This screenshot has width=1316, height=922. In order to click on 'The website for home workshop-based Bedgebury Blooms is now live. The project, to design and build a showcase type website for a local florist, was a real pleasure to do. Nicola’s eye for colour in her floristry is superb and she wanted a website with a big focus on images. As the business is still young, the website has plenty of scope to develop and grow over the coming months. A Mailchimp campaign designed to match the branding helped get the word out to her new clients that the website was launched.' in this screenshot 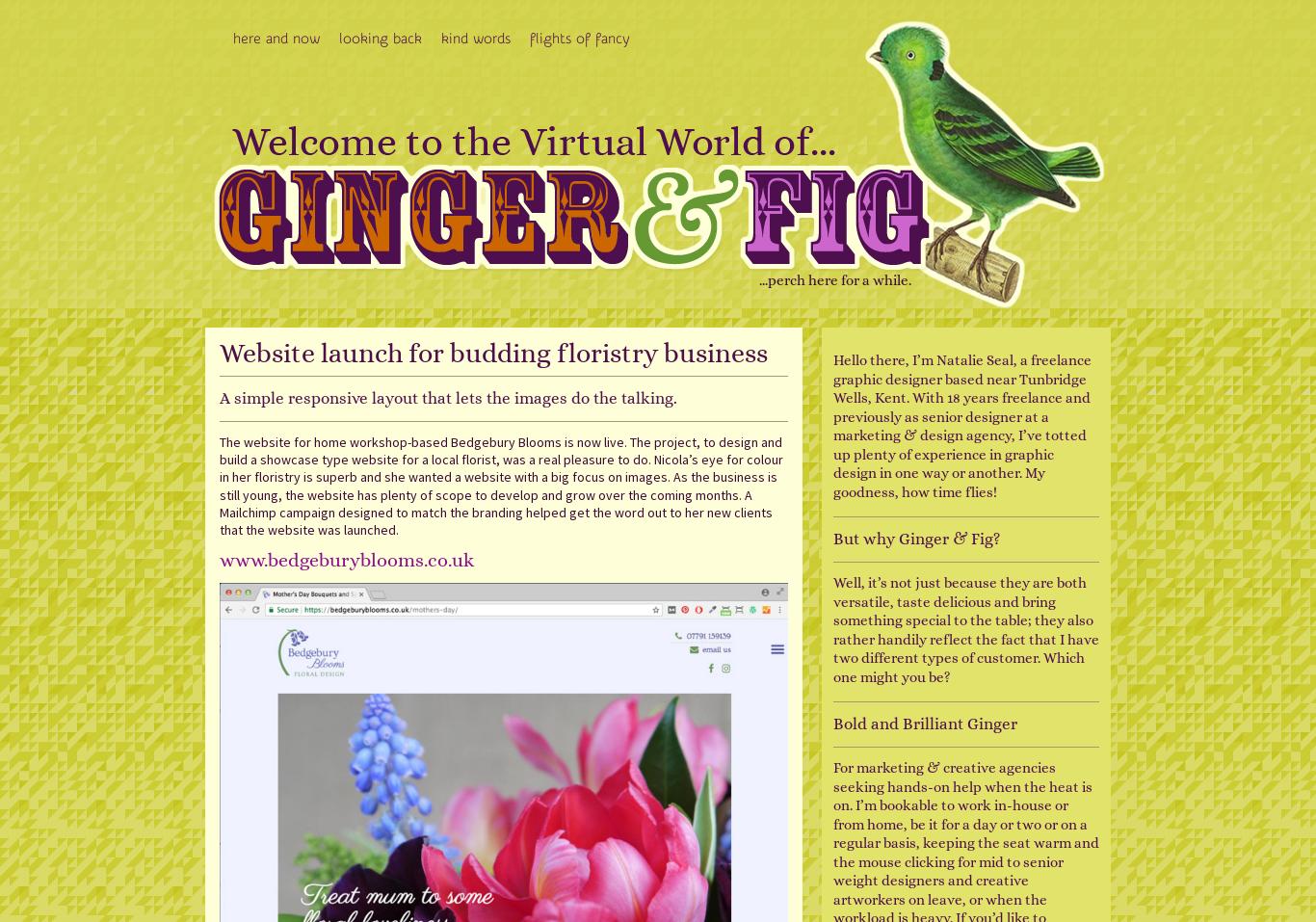, I will do `click(501, 486)`.